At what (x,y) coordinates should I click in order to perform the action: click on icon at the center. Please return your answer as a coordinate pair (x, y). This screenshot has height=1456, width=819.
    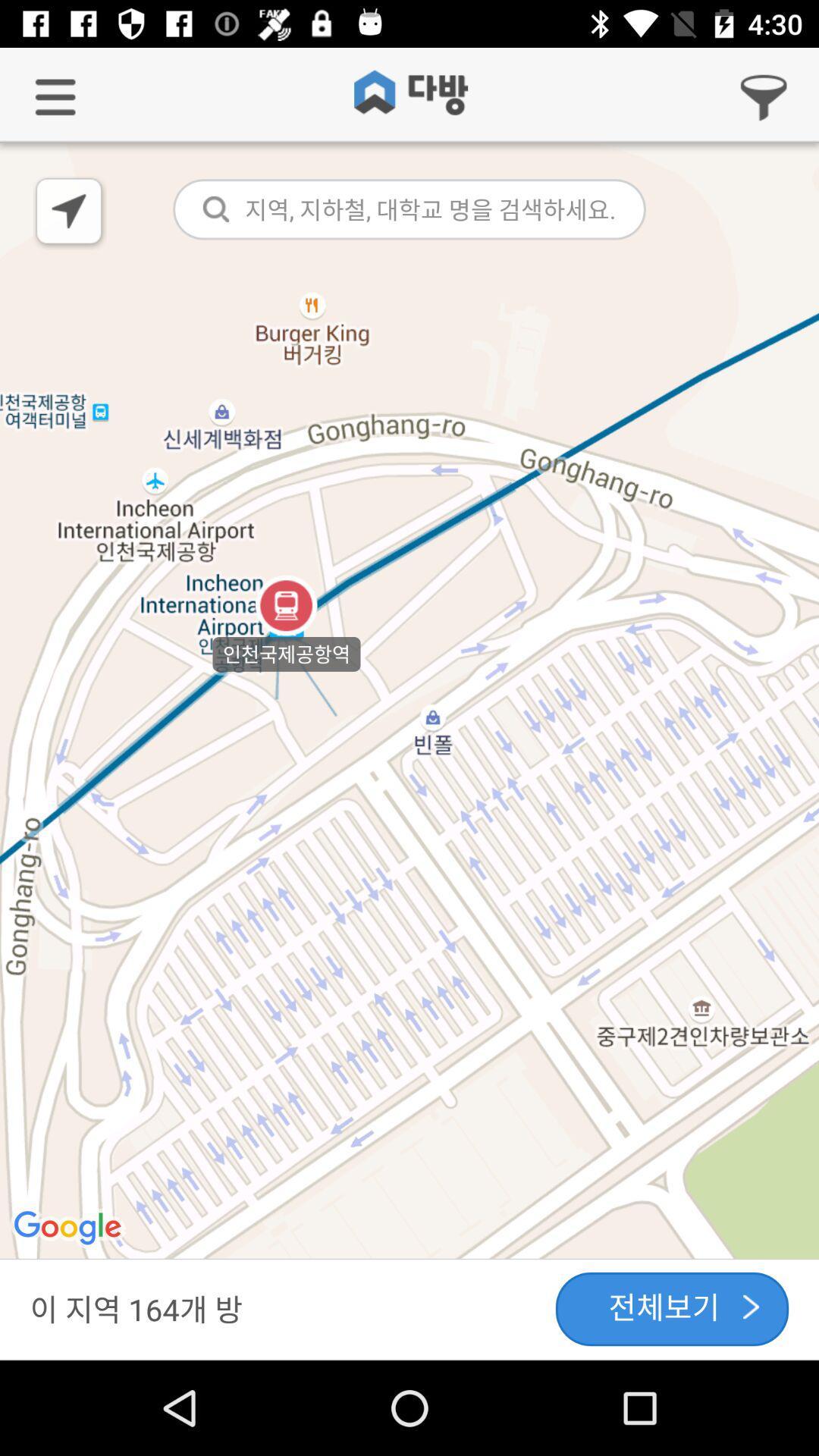
    Looking at the image, I should click on (409, 701).